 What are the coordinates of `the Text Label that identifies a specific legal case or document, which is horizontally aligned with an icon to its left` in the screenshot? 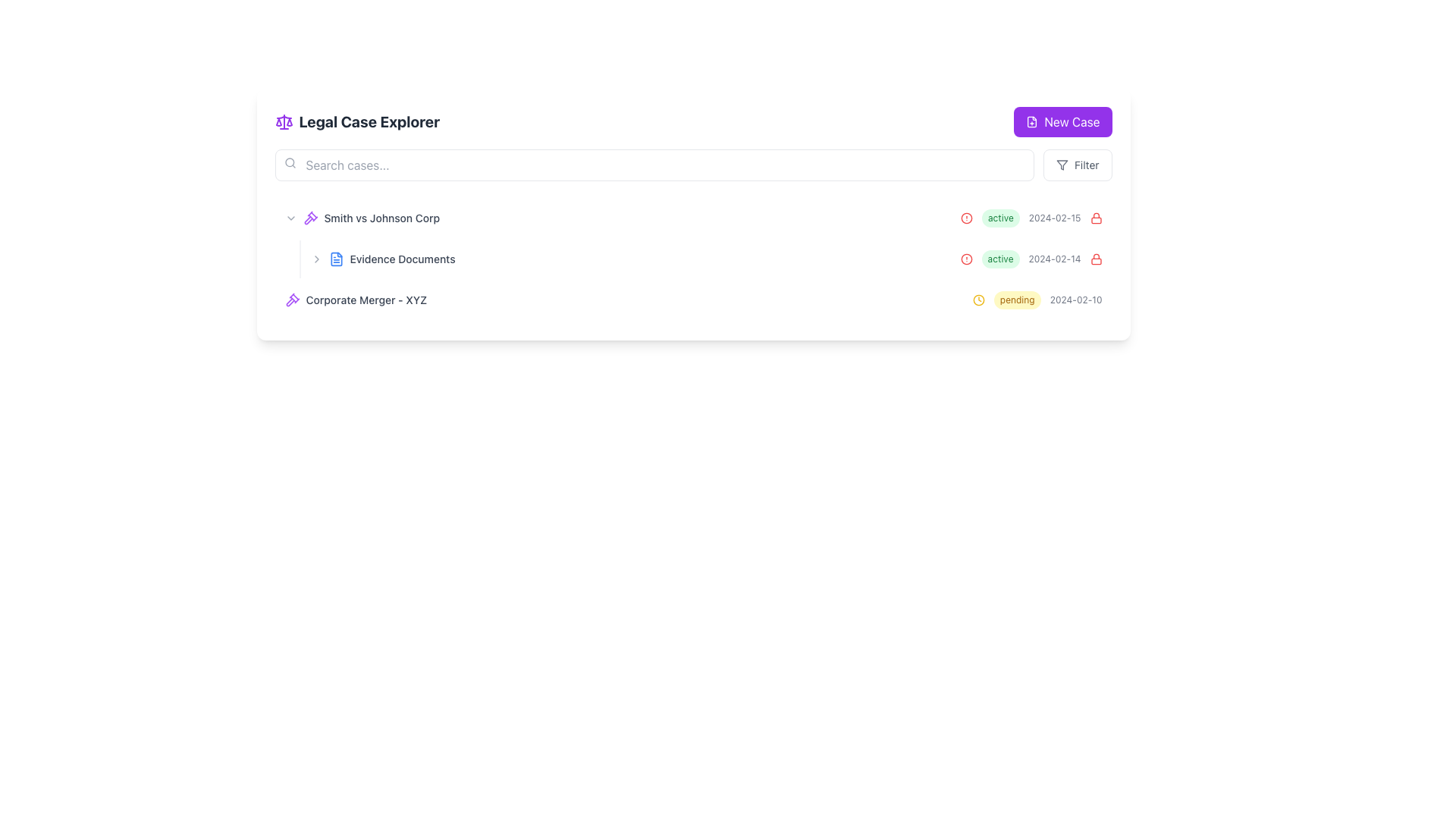 It's located at (366, 300).